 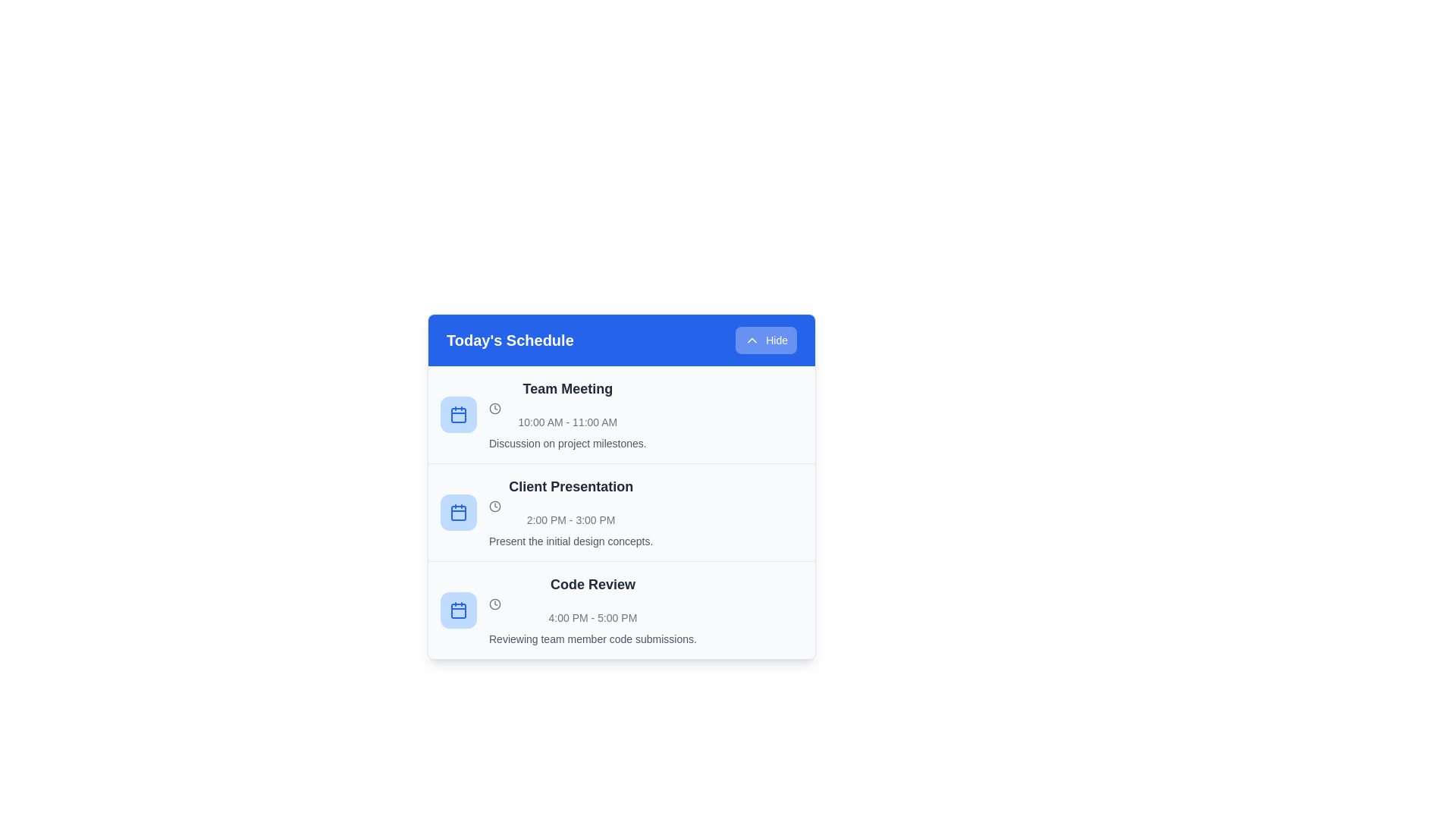 What do you see at coordinates (566, 444) in the screenshot?
I see `the static text element displaying 'Discussion on project milestones.' which is positioned below the '10:00 AM - 11:00 AM' text in the 'Today's Schedule' panel` at bounding box center [566, 444].